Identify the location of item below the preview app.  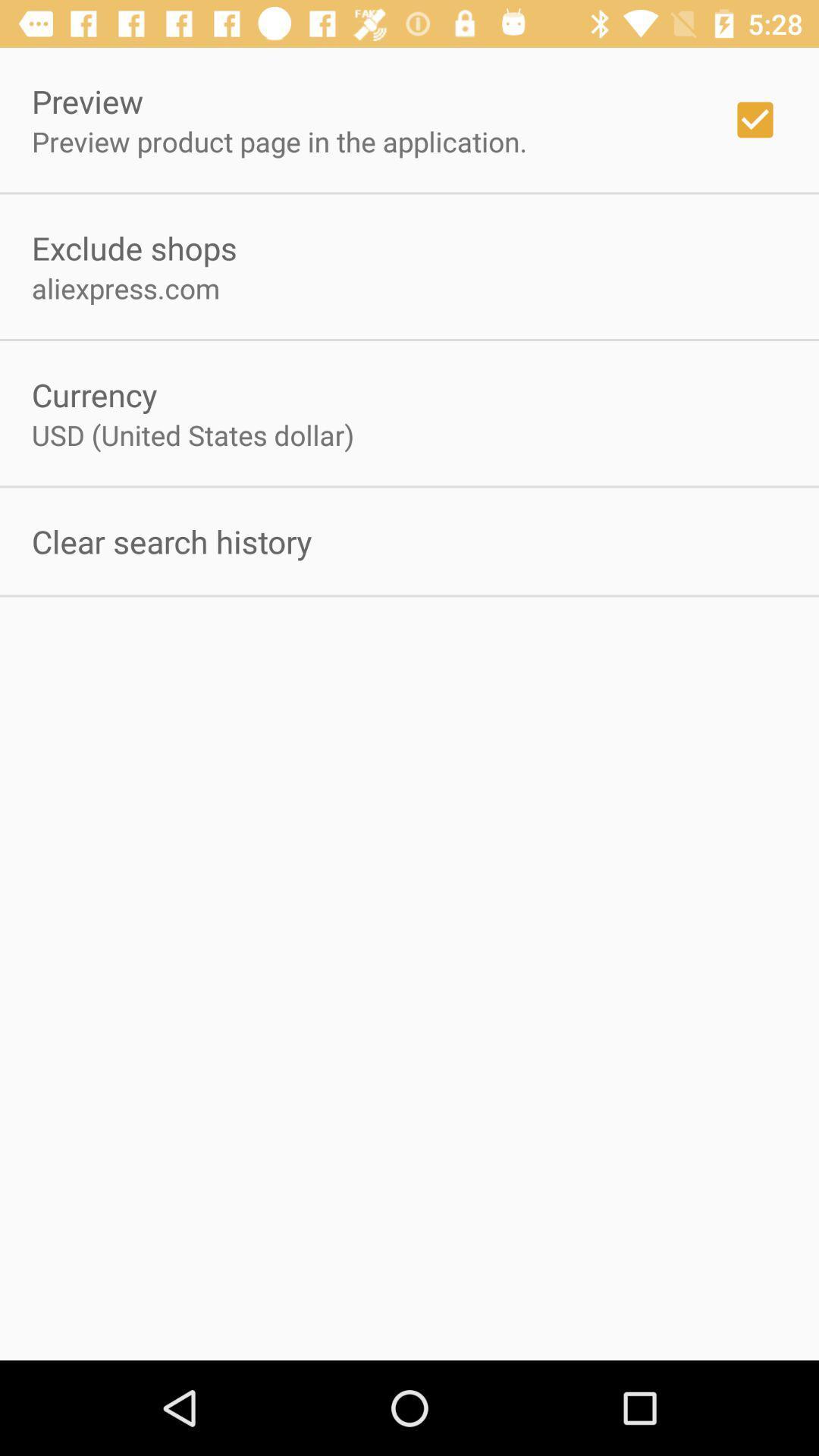
(279, 141).